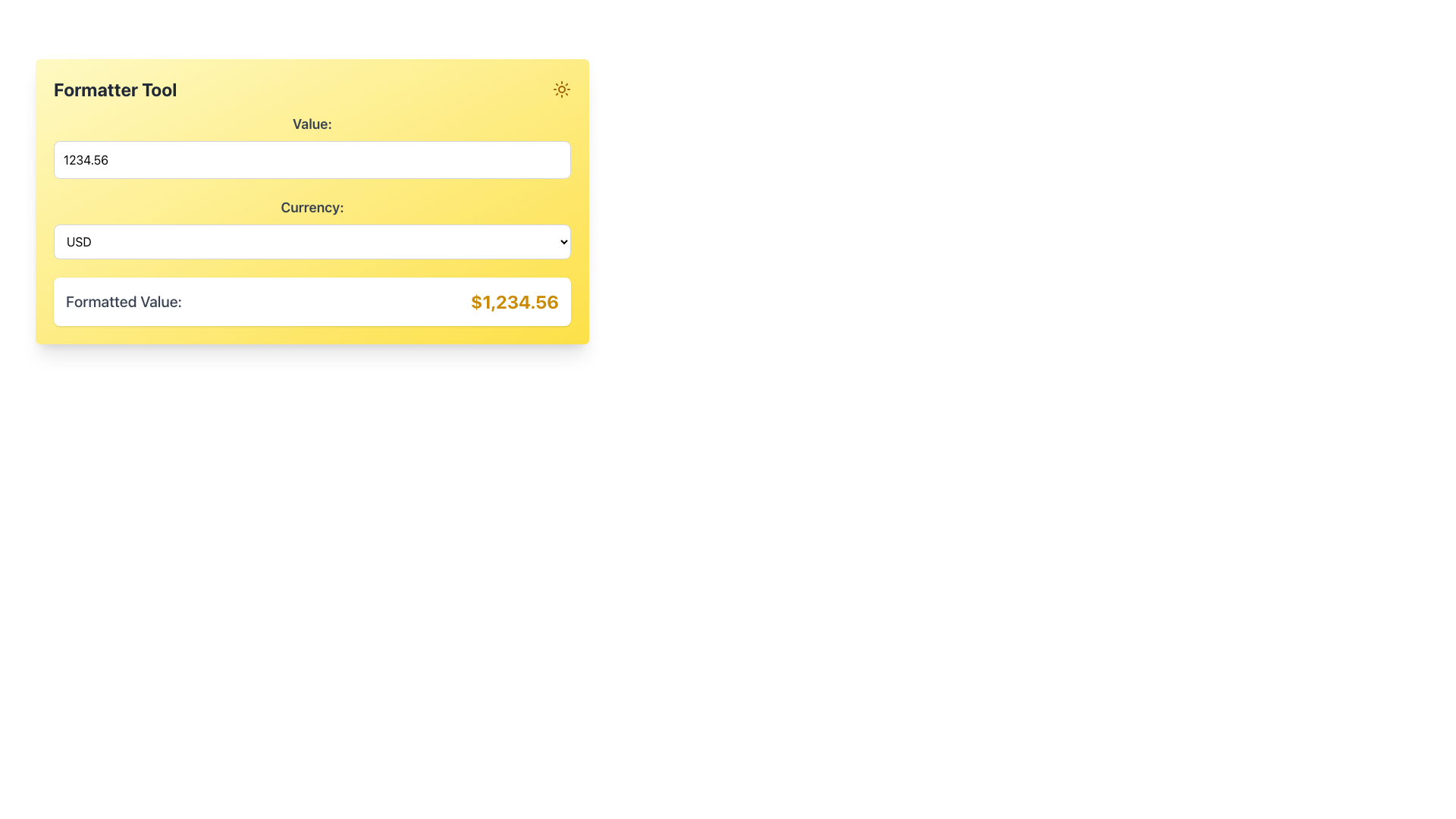 The height and width of the screenshot is (819, 1456). Describe the element at coordinates (312, 124) in the screenshot. I see `the static text label that describes the purpose of the input field, which is positioned above the numerical input field in the yellow background section` at that location.